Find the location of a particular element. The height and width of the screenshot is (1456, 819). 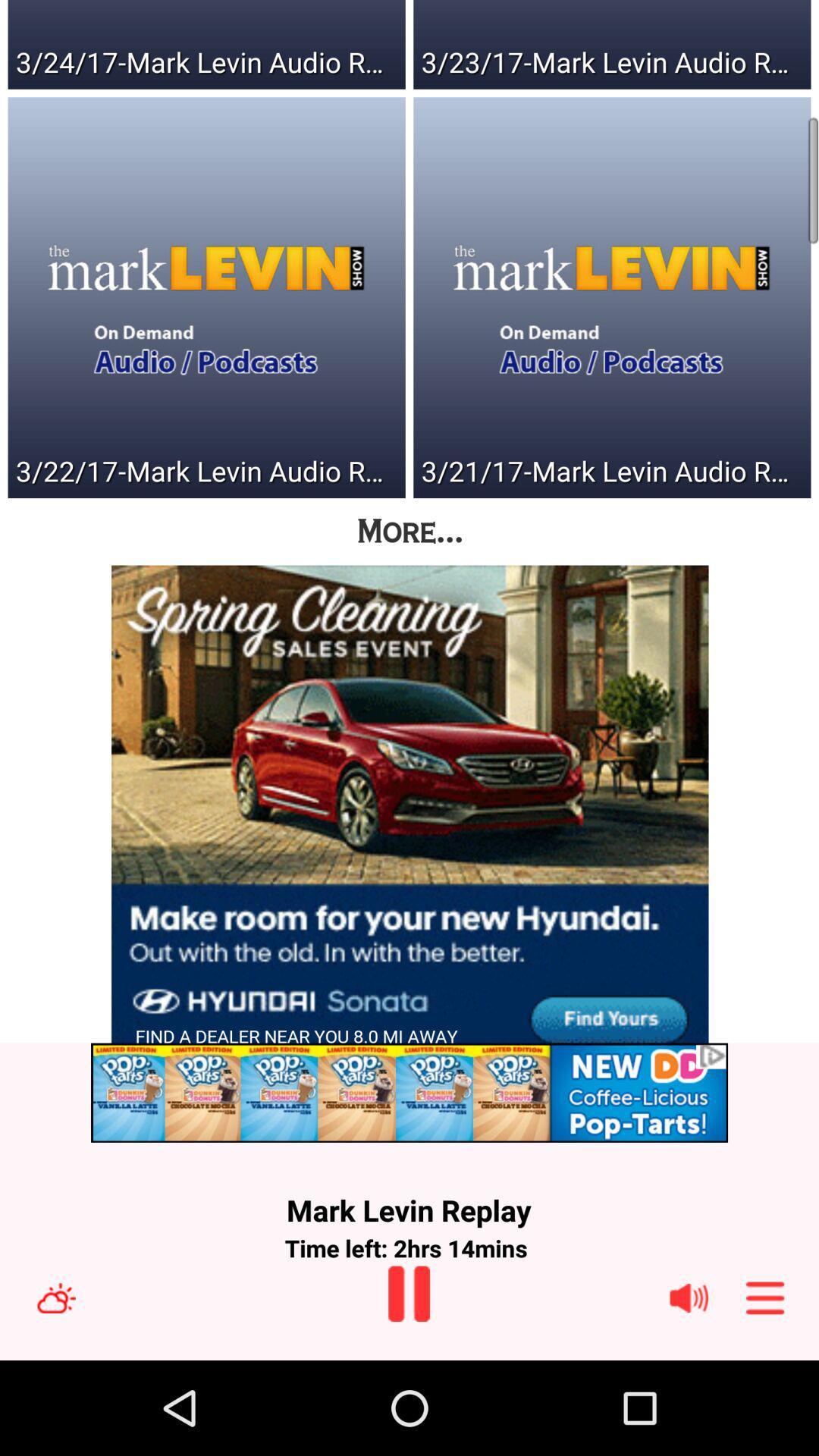

the volume icon is located at coordinates (689, 1389).